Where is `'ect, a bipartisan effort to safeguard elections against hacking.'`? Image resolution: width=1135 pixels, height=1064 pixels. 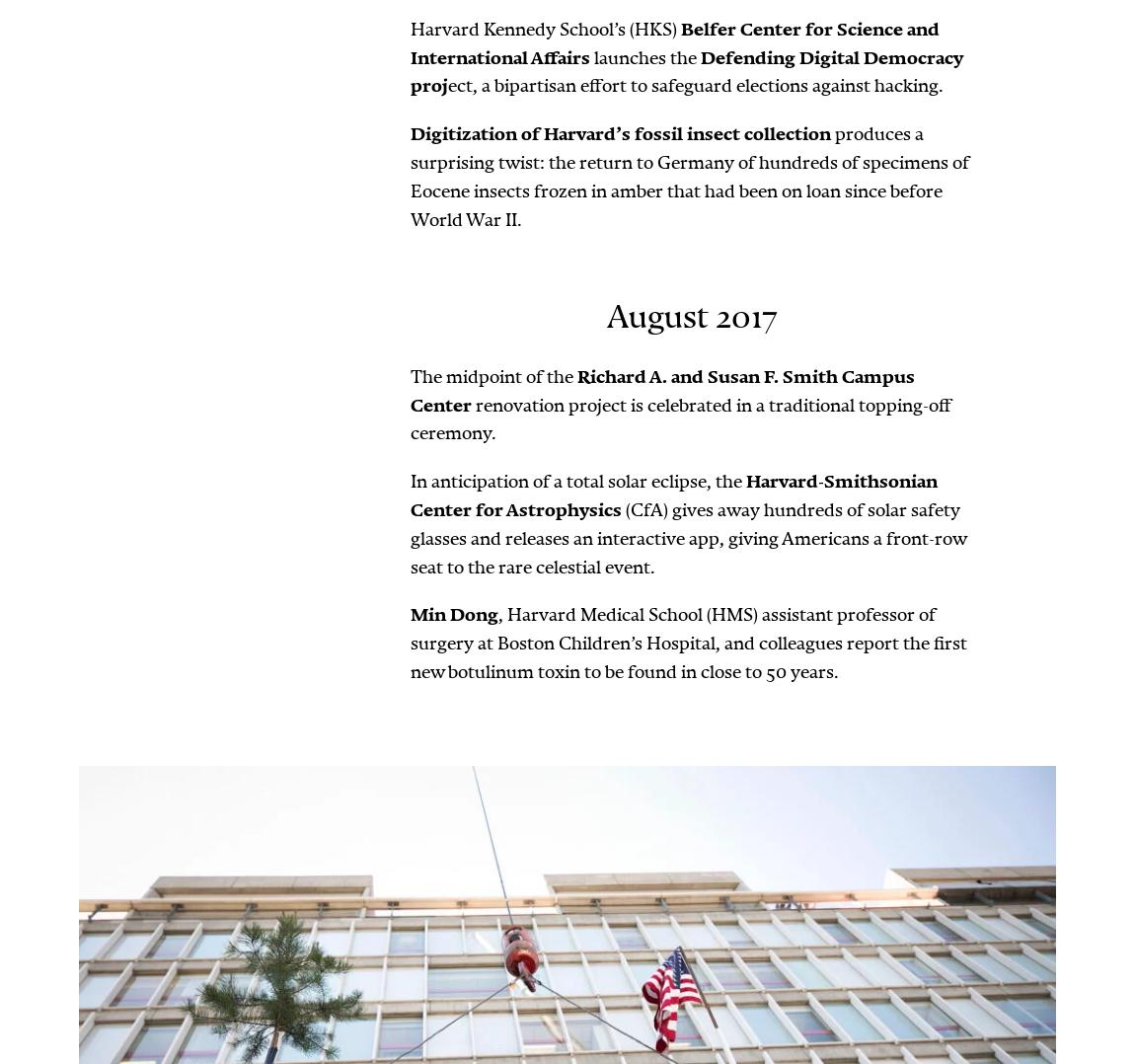 'ect, a bipartisan effort to safeguard elections against hacking.' is located at coordinates (694, 84).